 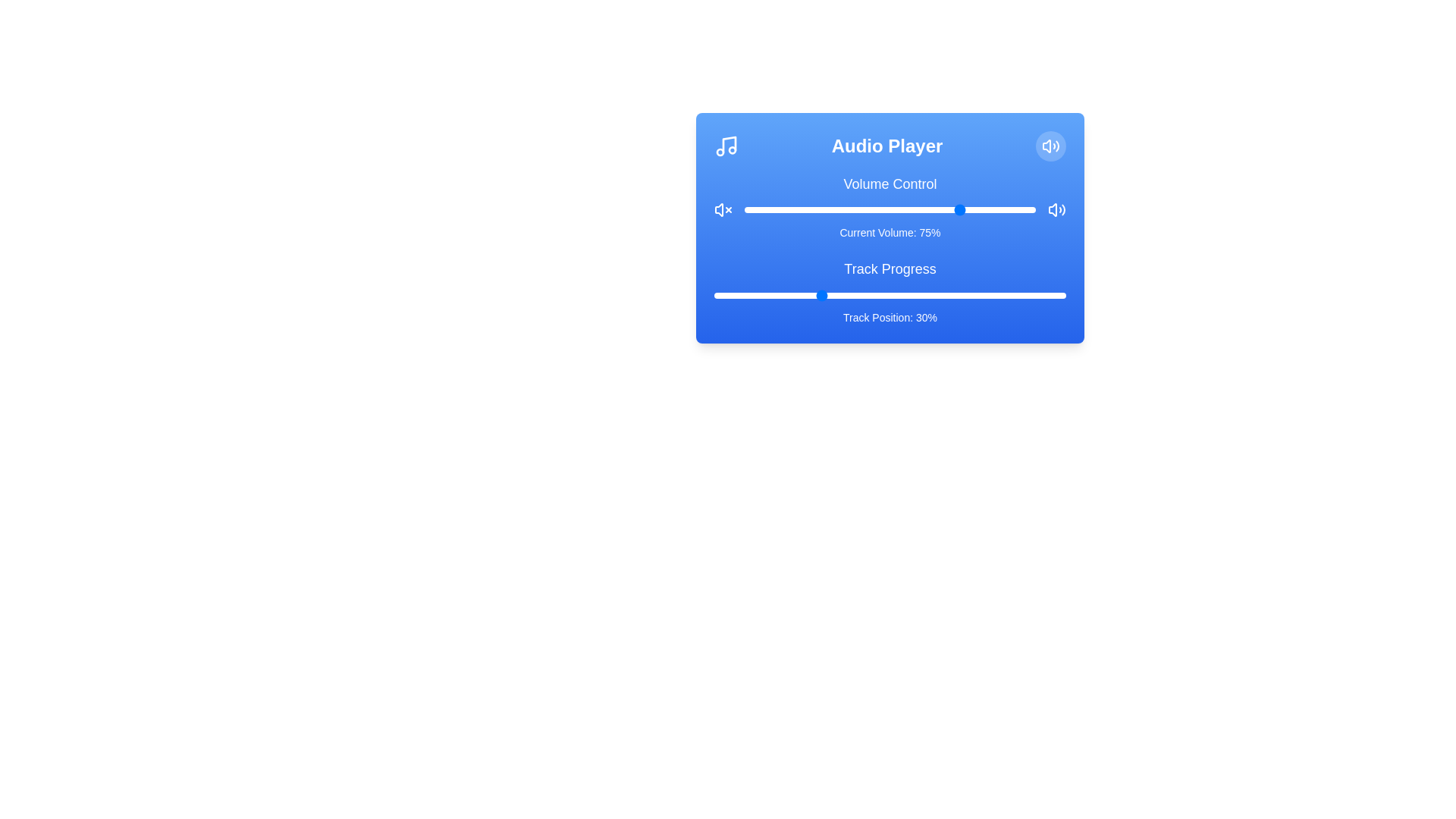 What do you see at coordinates (890, 295) in the screenshot?
I see `the blue circular thumb of the progress bar located in the 'Track Progress' section of the 'Audio Player' interface` at bounding box center [890, 295].